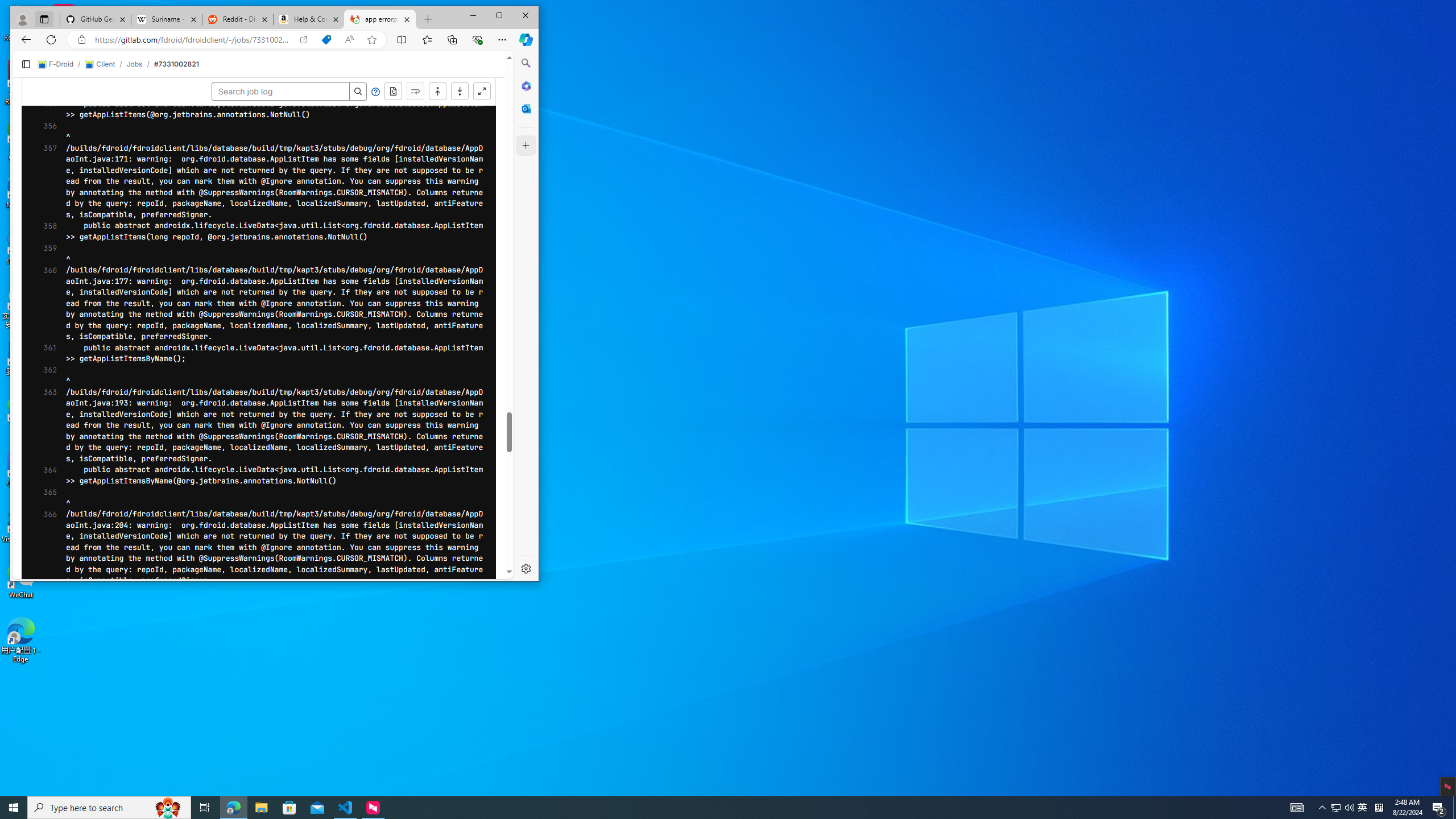 The width and height of the screenshot is (1456, 819). What do you see at coordinates (260, 806) in the screenshot?
I see `'File Explorer'` at bounding box center [260, 806].